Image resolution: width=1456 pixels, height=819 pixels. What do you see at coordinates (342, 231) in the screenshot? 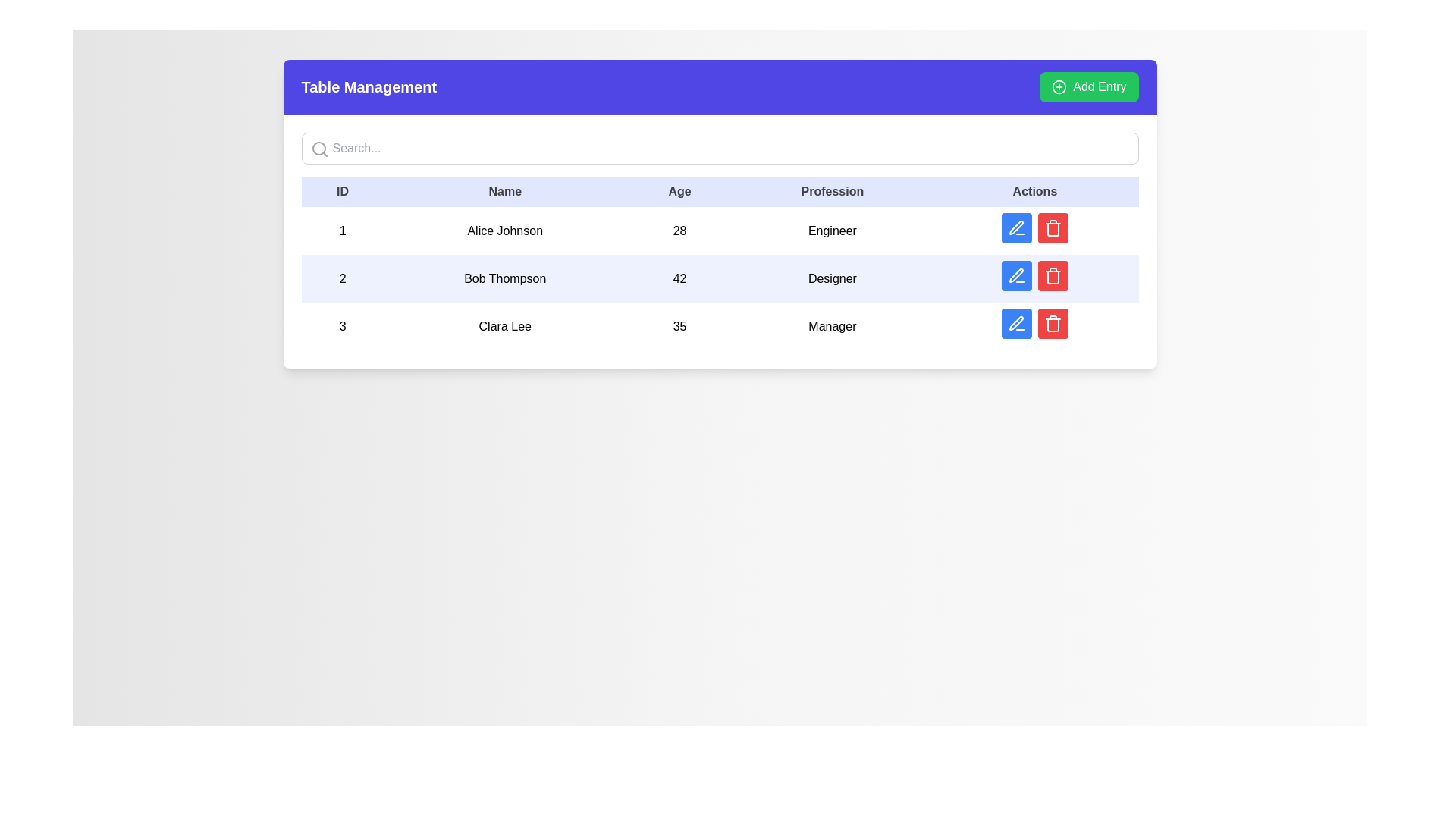
I see `the static text element displaying the number '1', which serves as the identifier for the first row in the data table` at bounding box center [342, 231].